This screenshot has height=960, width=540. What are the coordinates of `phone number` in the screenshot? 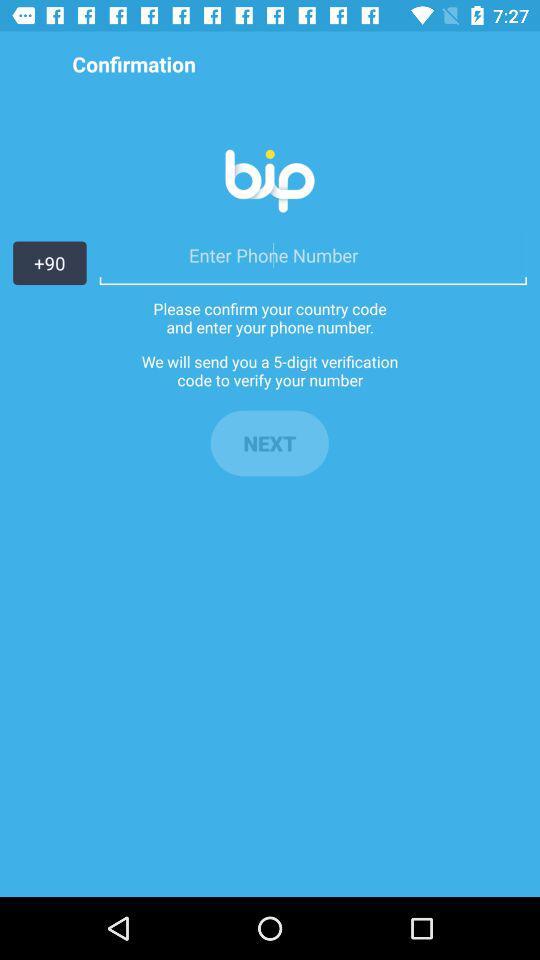 It's located at (313, 254).